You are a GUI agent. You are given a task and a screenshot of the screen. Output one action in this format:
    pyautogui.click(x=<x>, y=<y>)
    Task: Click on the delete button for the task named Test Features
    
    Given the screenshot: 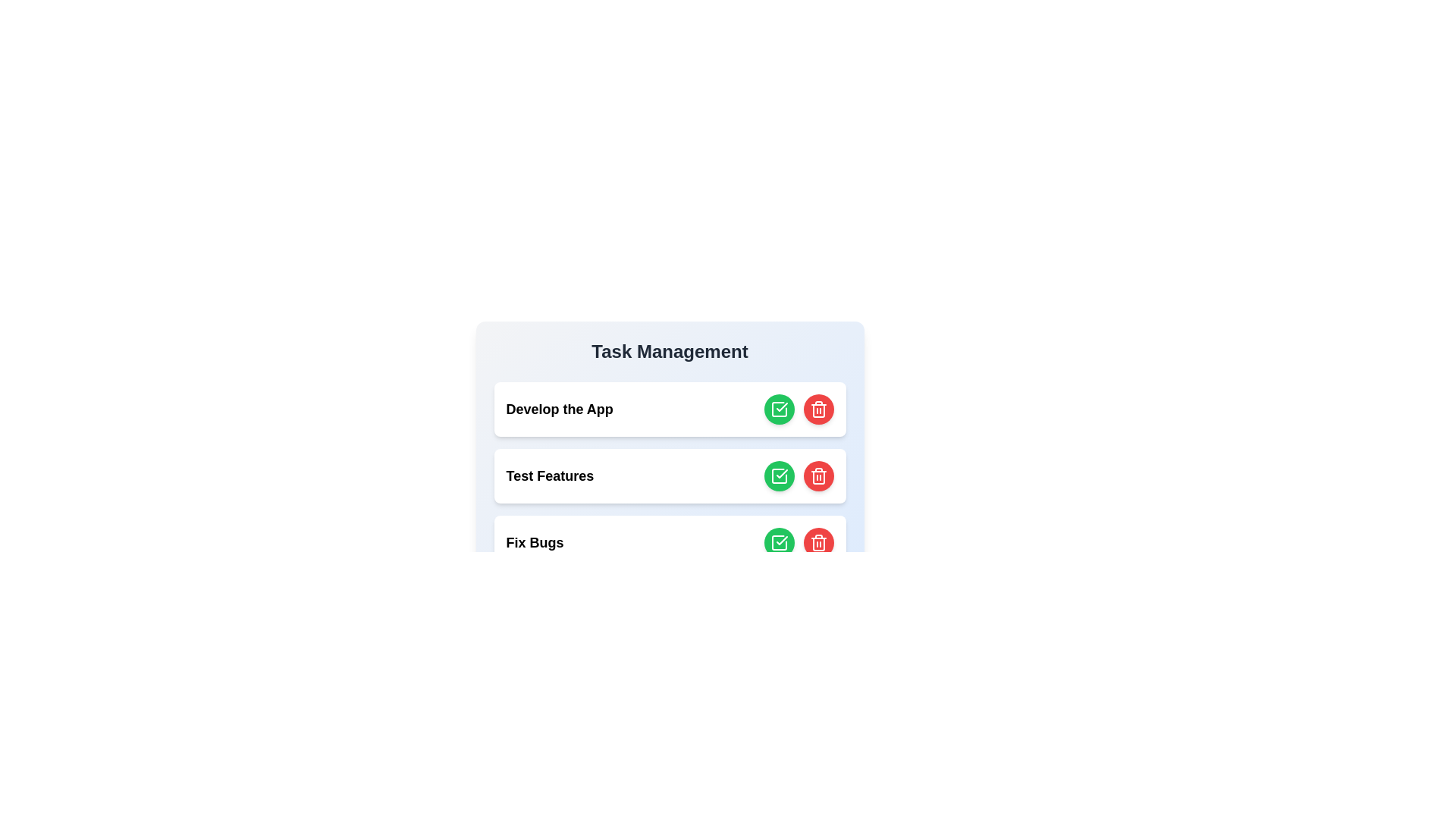 What is the action you would take?
    pyautogui.click(x=817, y=475)
    